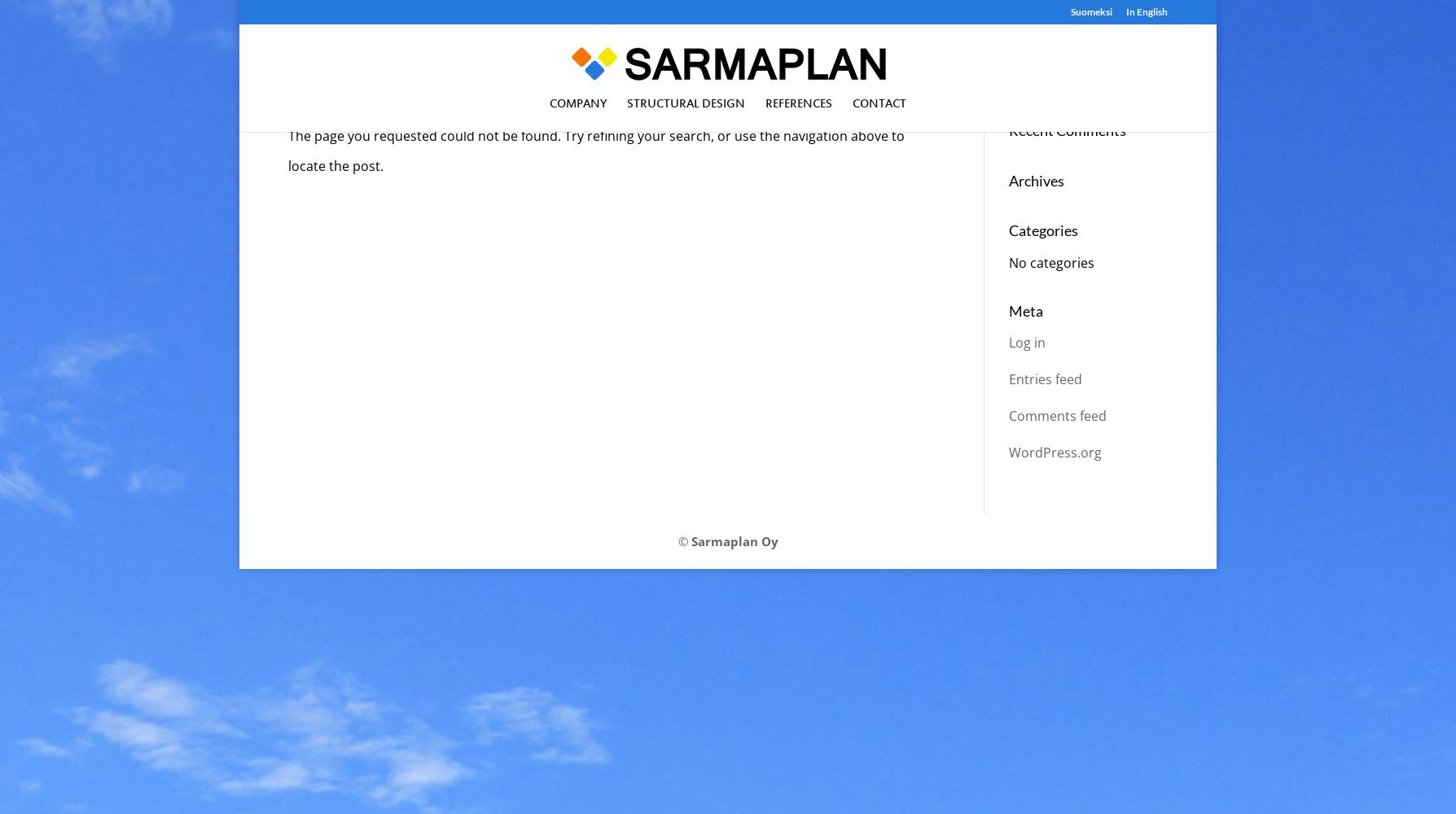 This screenshot has height=814, width=1456. Describe the element at coordinates (765, 104) in the screenshot. I see `'References'` at that location.